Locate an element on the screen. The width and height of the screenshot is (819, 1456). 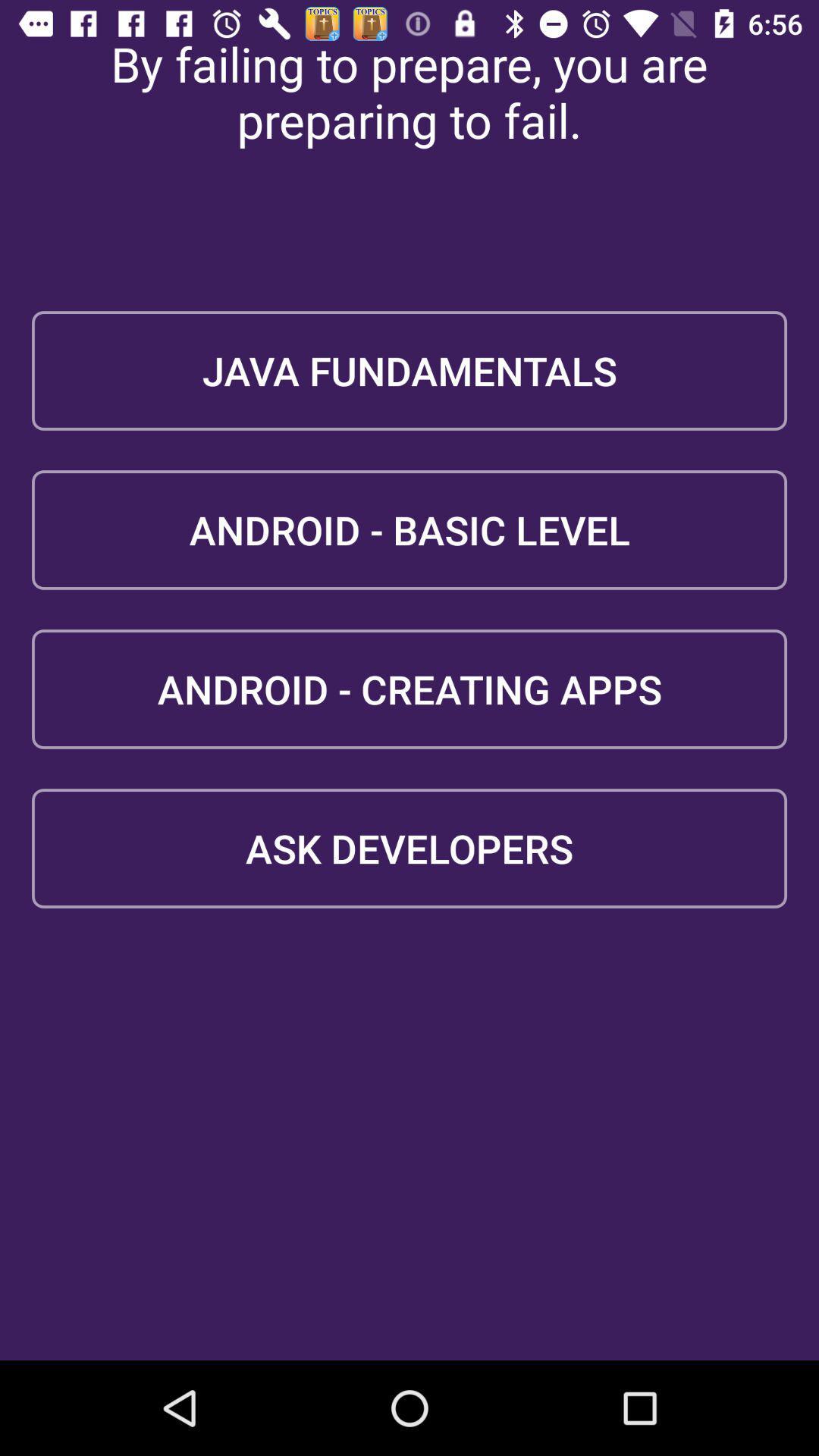
icon above ask developers item is located at coordinates (409, 688).